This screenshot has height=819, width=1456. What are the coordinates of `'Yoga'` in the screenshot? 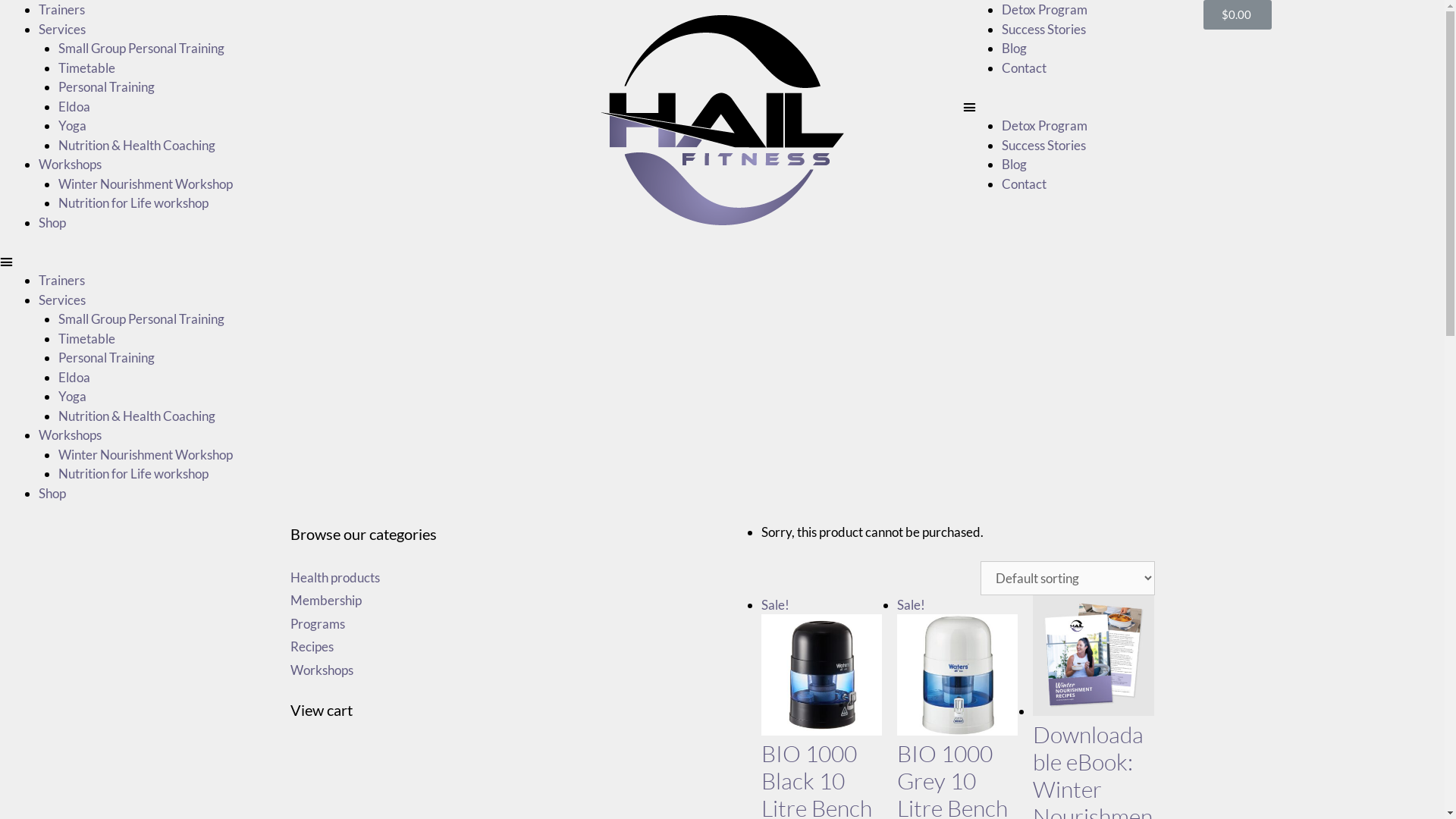 It's located at (58, 395).